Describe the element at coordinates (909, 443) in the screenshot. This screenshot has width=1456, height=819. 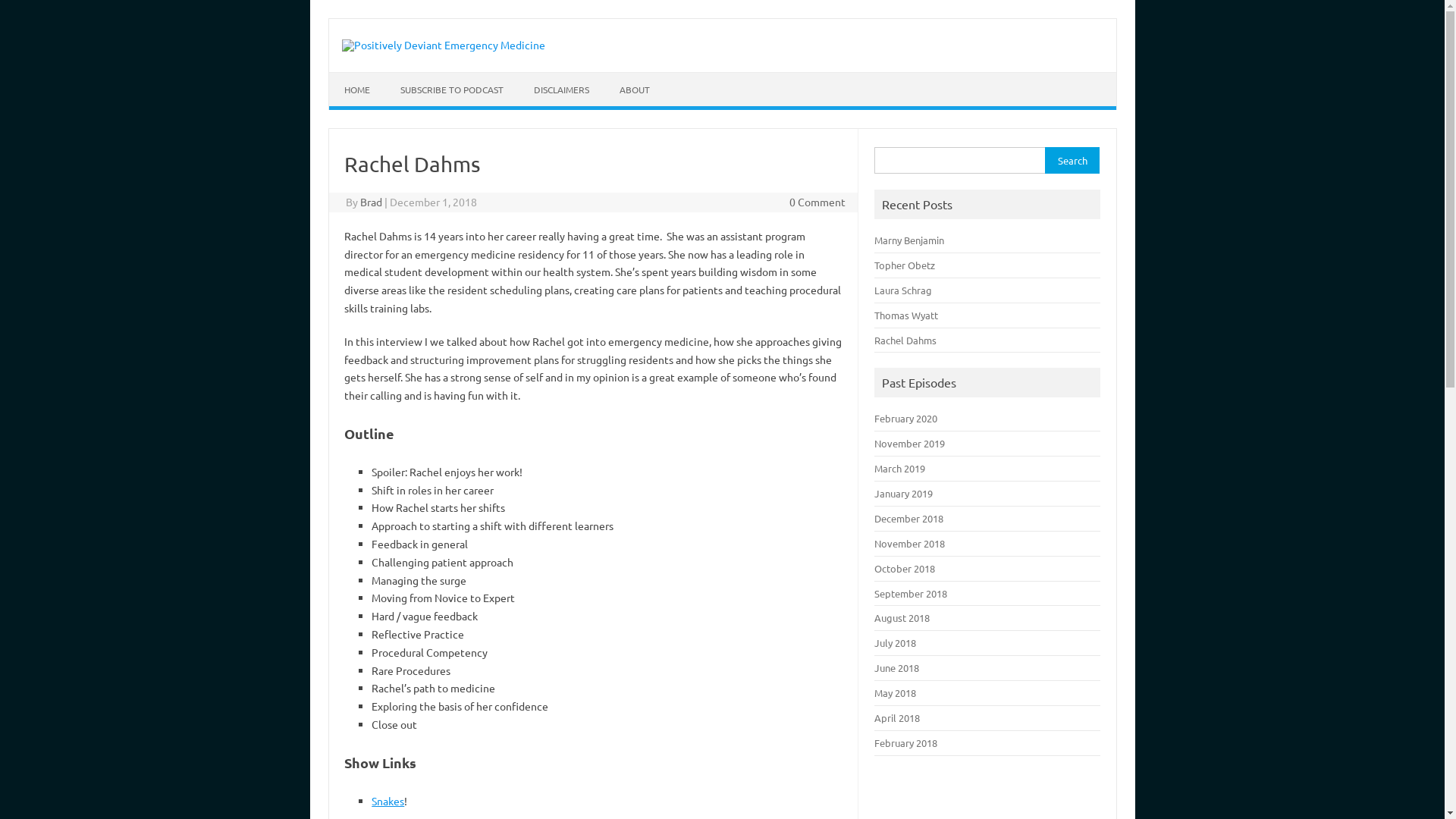
I see `'November 2019'` at that location.